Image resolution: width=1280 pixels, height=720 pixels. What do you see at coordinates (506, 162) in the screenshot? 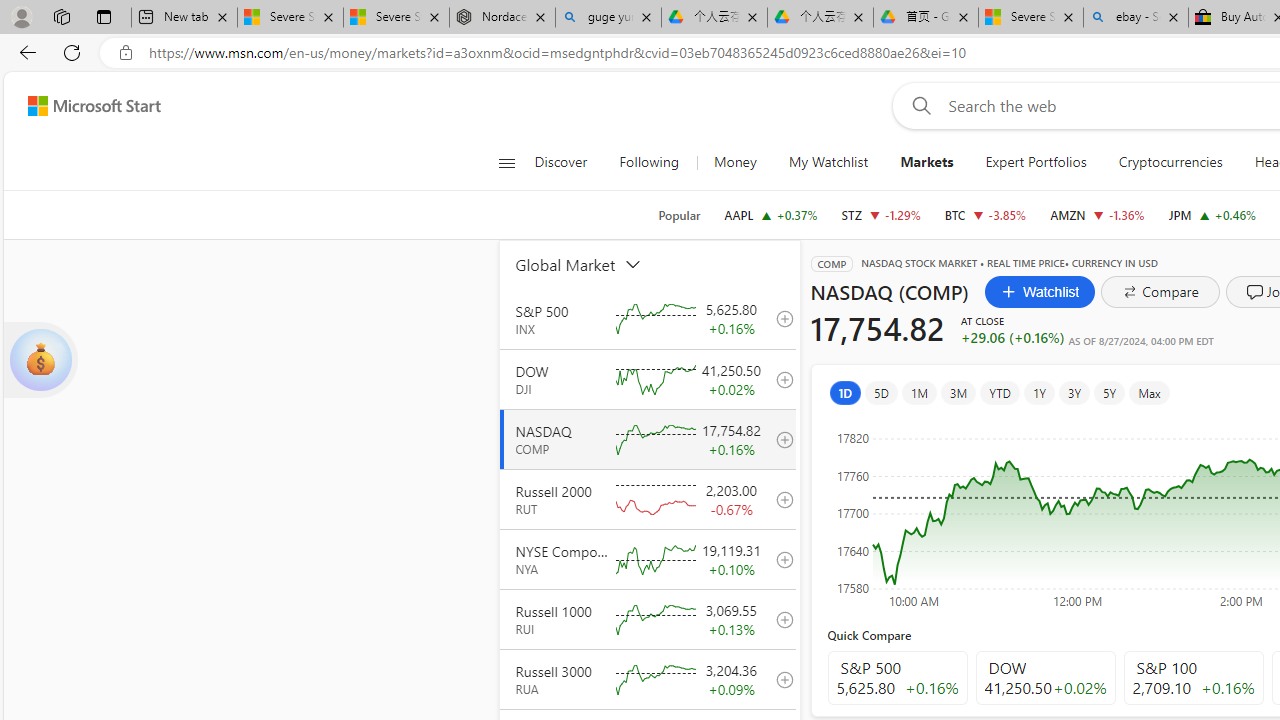
I see `'Class: button-glyph'` at bounding box center [506, 162].